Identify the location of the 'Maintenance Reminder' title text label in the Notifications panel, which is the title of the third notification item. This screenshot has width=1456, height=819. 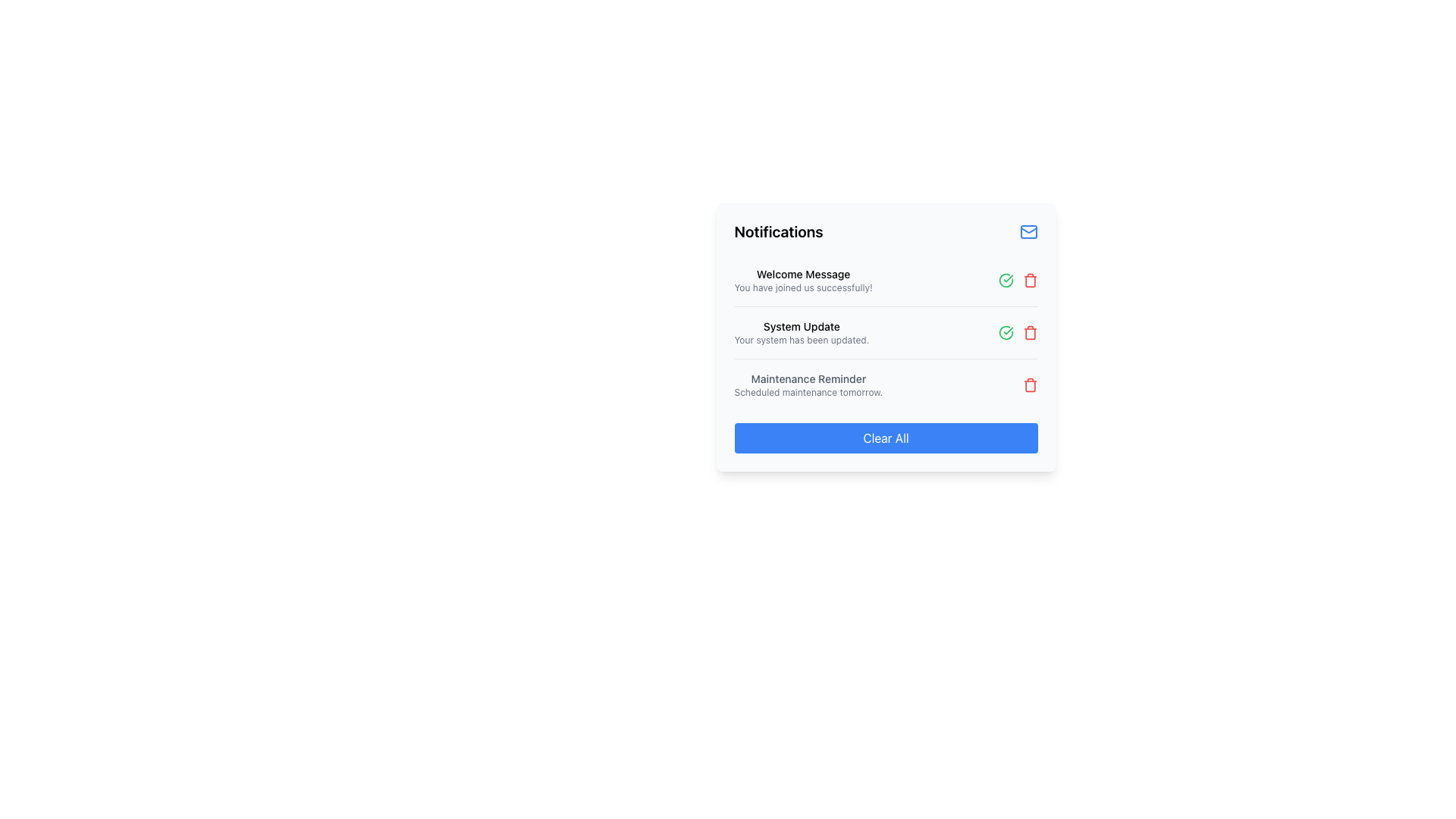
(808, 378).